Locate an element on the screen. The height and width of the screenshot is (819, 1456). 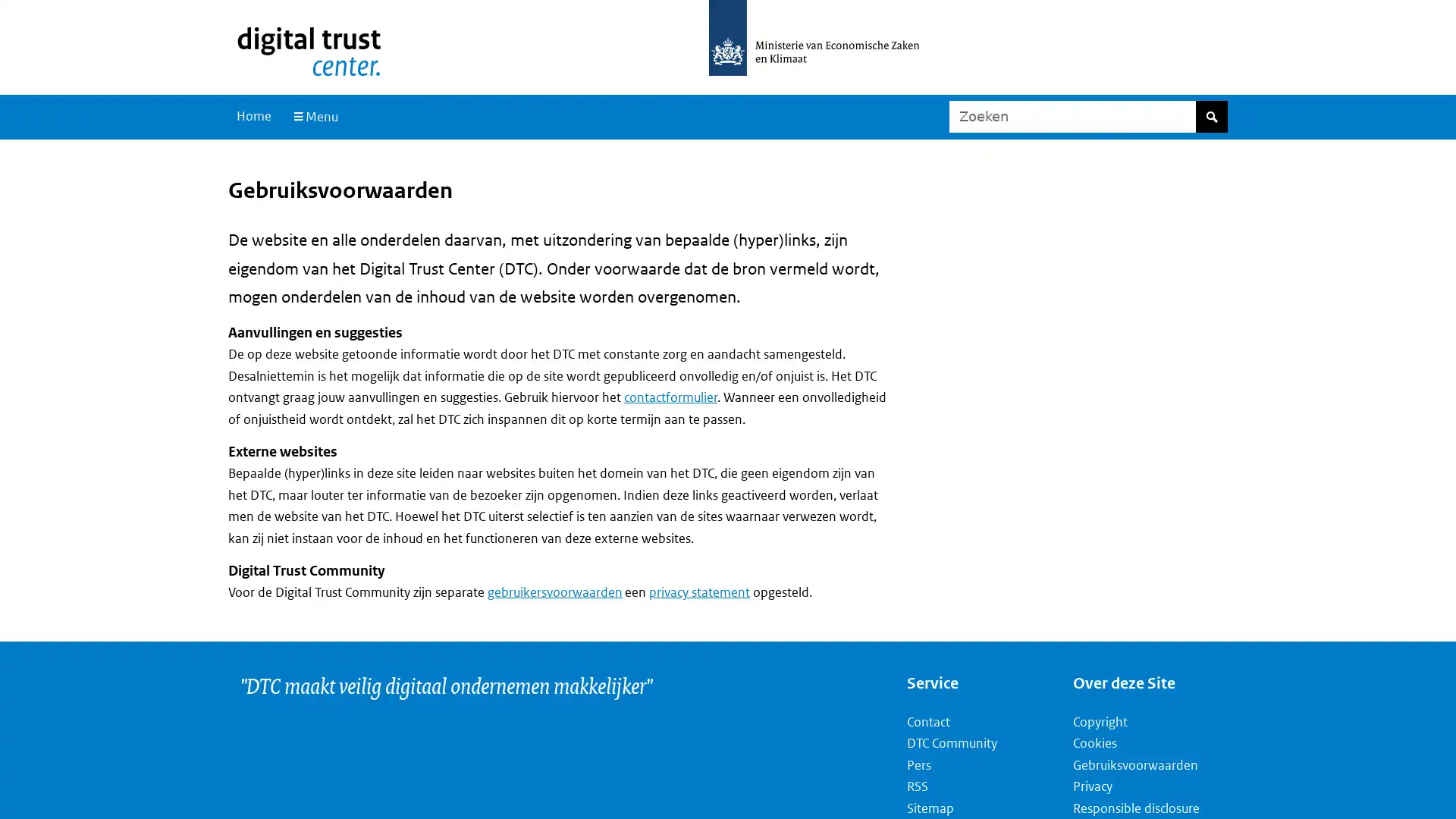
Toggle navigation is located at coordinates (313, 116).